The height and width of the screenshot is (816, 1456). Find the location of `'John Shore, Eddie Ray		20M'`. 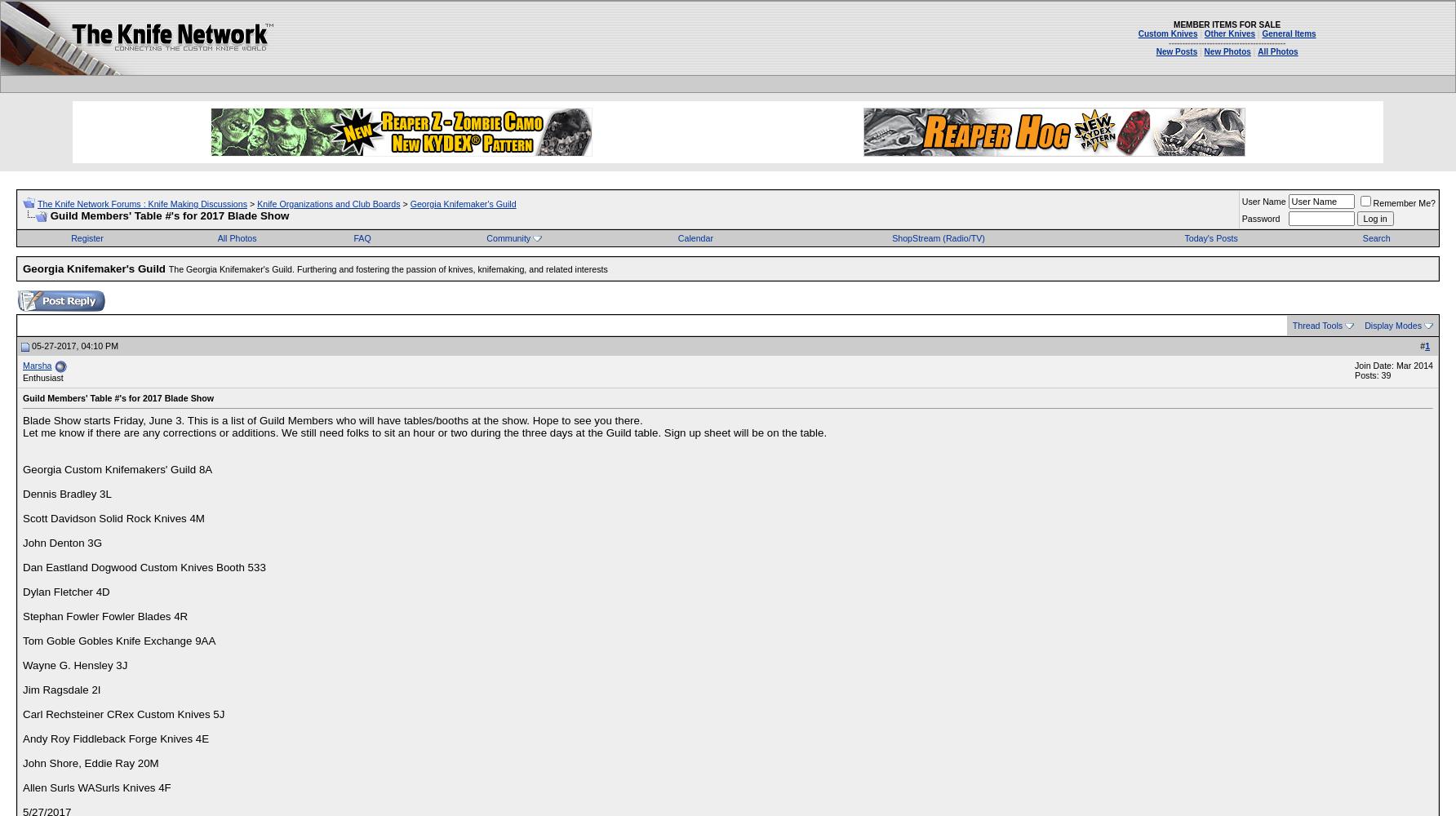

'John Shore, Eddie Ray		20M' is located at coordinates (90, 763).